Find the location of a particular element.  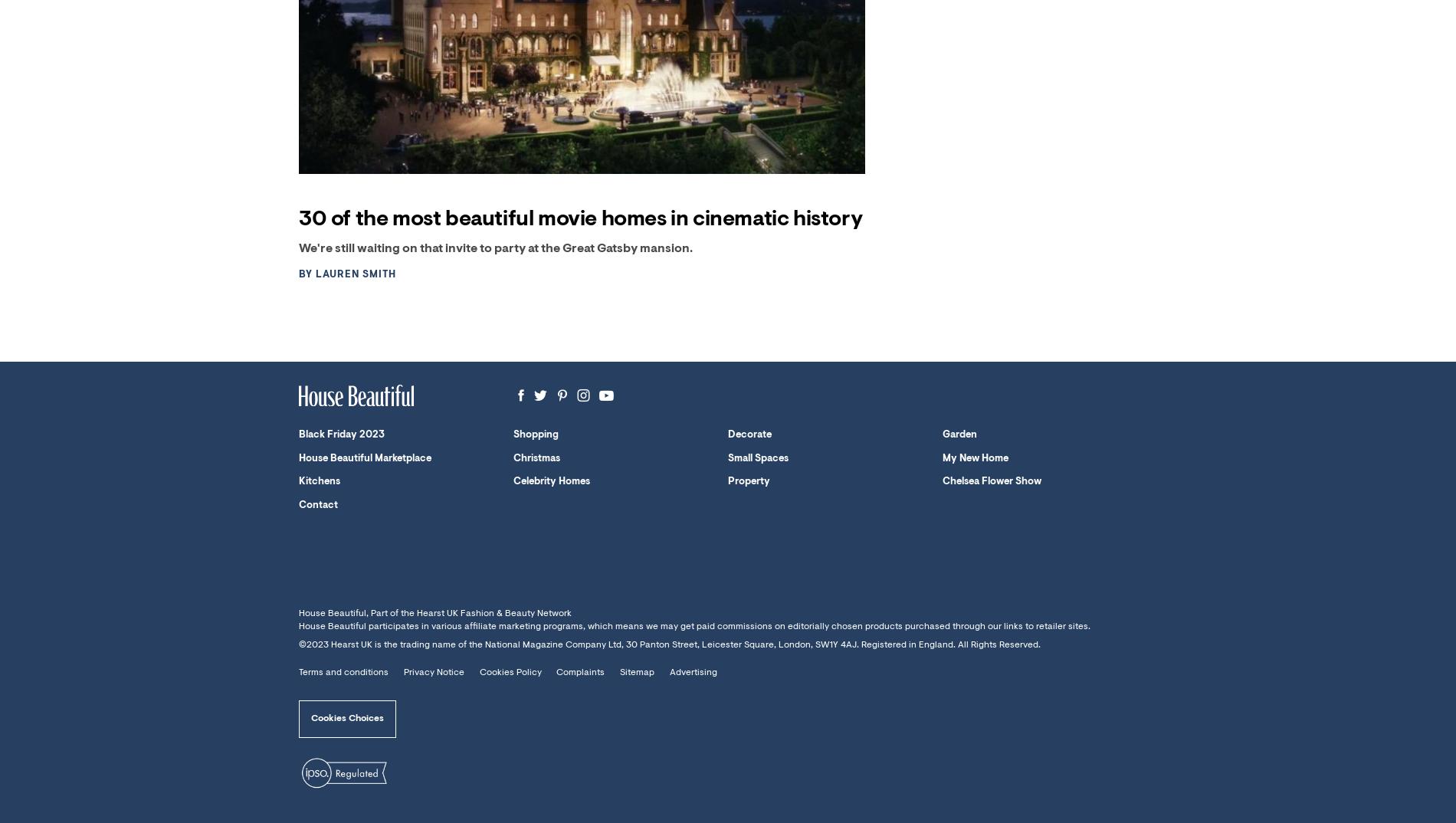

'House Beautiful, Part of the Hearst UK Fashion & Beauty Network' is located at coordinates (435, 612).